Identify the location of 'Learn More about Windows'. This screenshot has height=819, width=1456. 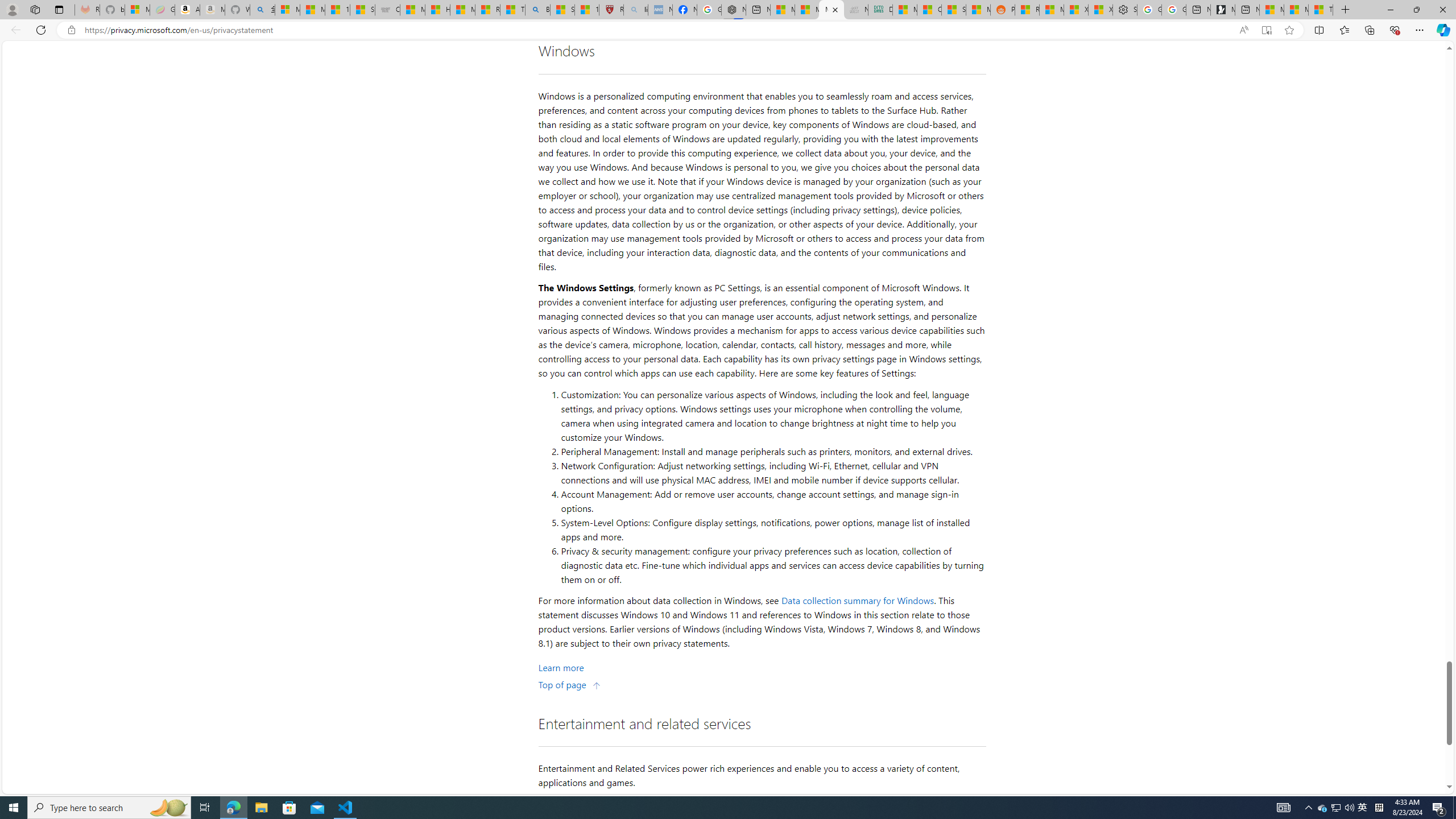
(561, 667).